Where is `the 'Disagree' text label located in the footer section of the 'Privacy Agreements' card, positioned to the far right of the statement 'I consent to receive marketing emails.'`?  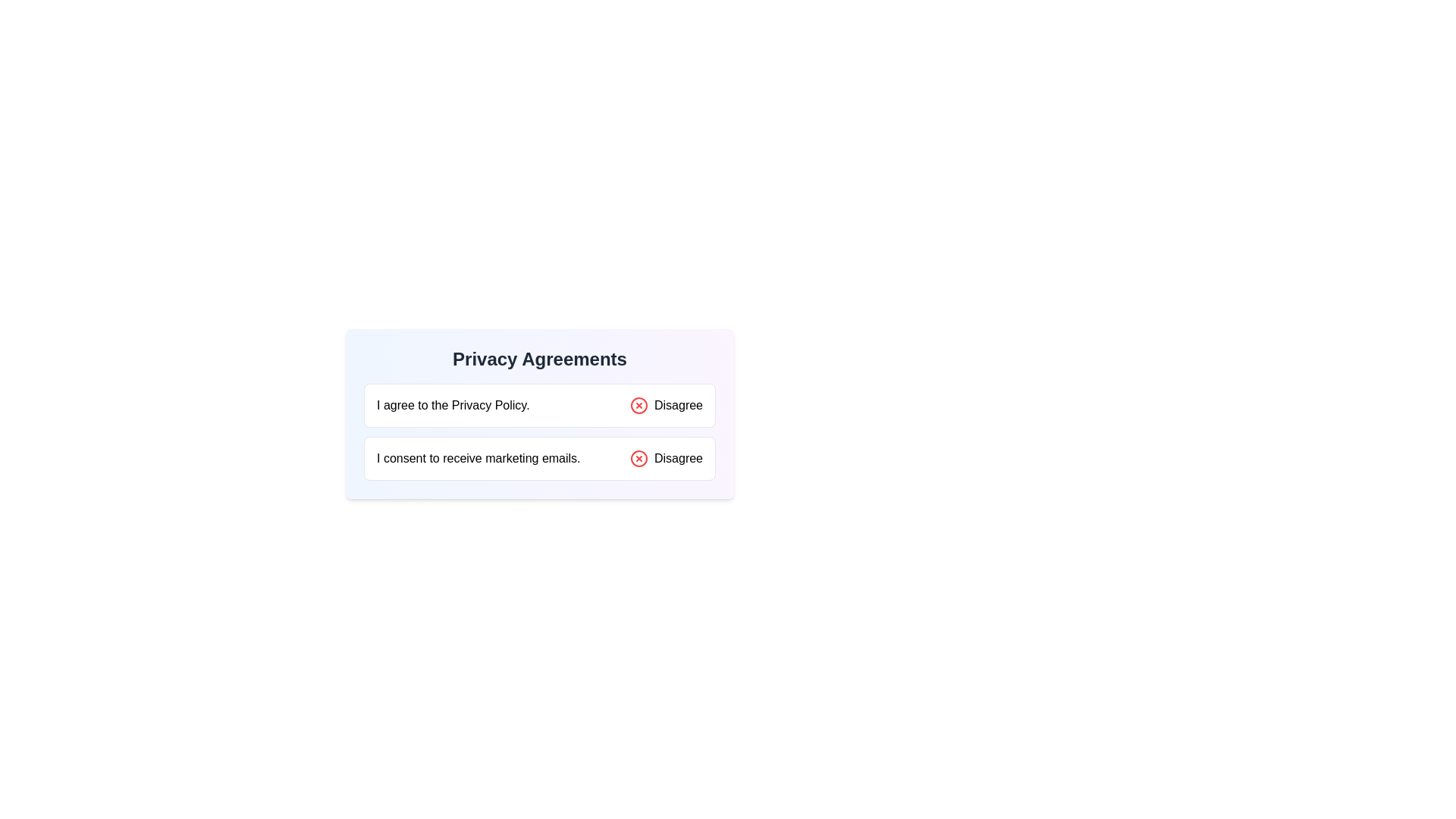 the 'Disagree' text label located in the footer section of the 'Privacy Agreements' card, positioned to the far right of the statement 'I consent to receive marketing emails.' is located at coordinates (677, 458).